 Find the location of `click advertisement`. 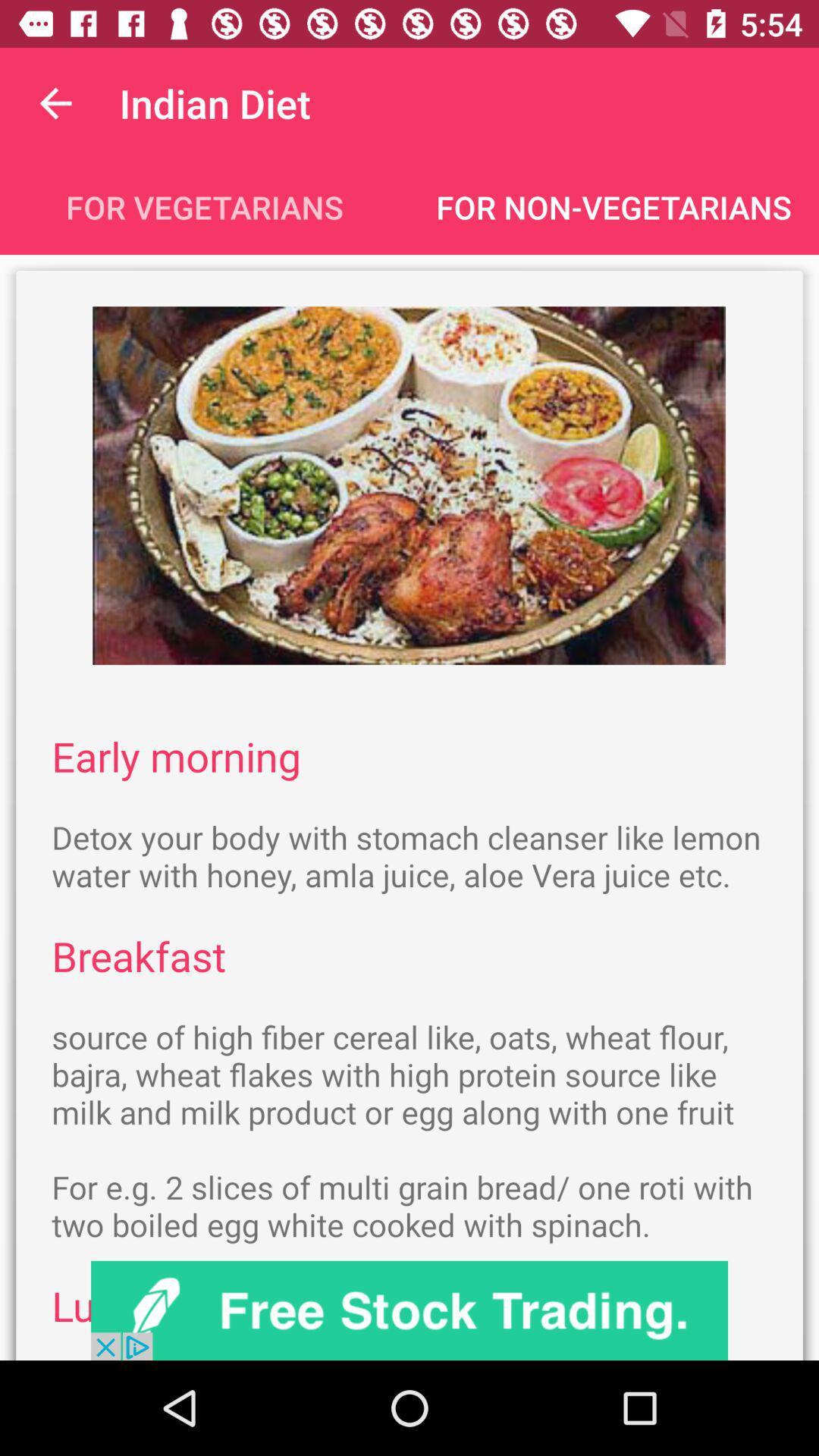

click advertisement is located at coordinates (409, 1310).